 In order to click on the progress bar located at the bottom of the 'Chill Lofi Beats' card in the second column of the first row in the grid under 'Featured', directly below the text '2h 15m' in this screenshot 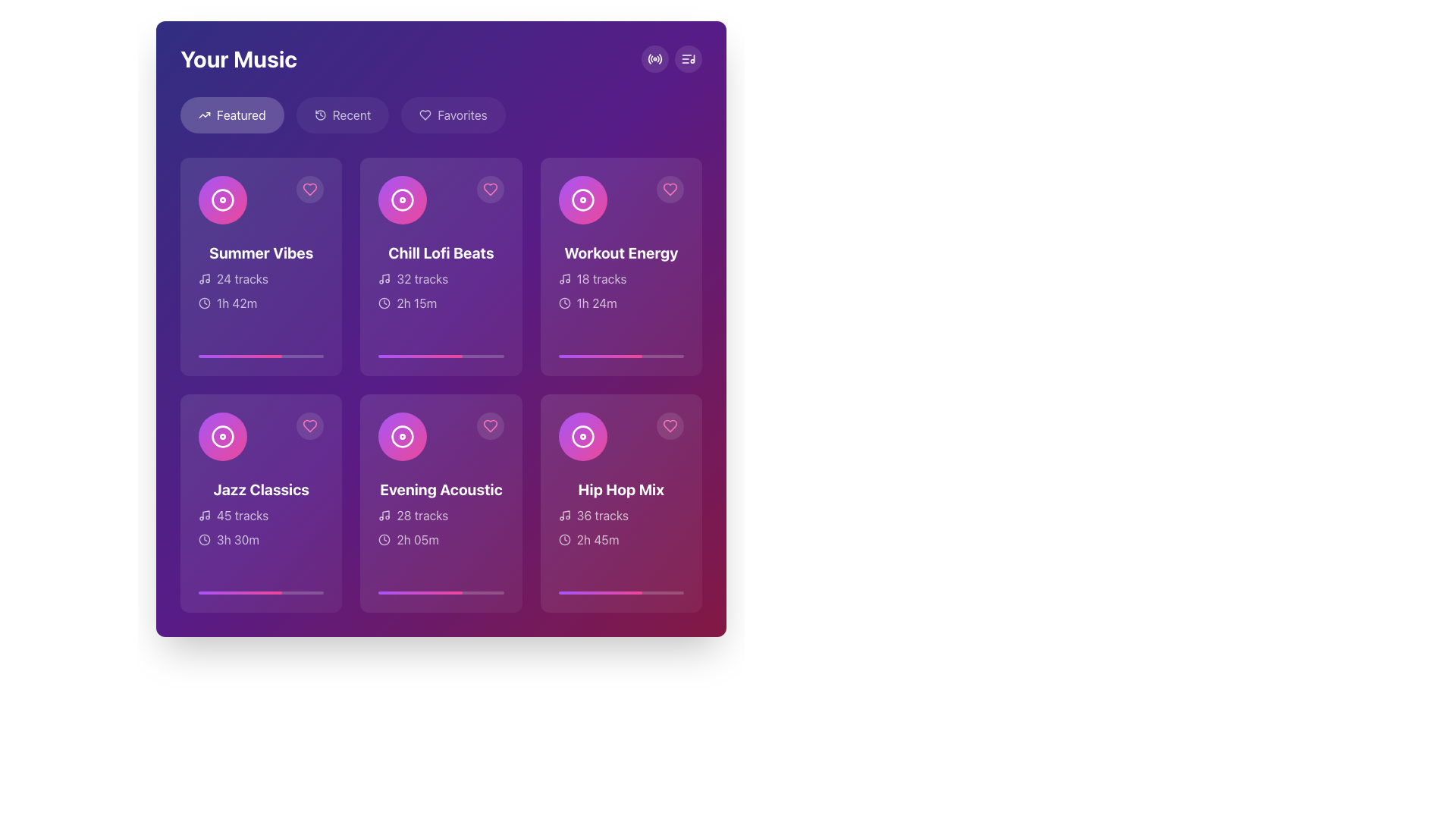, I will do `click(440, 356)`.